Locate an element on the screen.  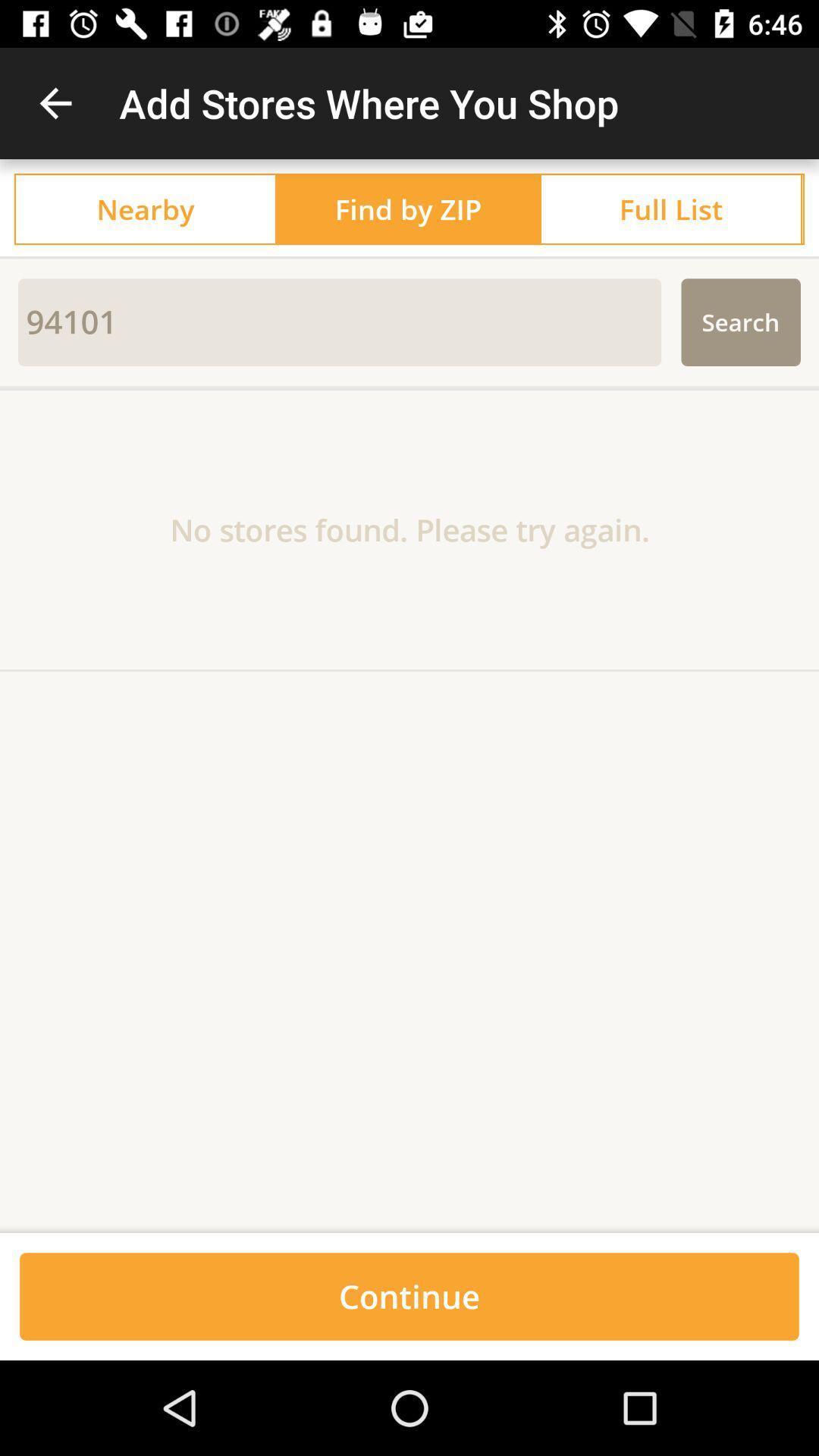
the item below nearby is located at coordinates (409, 257).